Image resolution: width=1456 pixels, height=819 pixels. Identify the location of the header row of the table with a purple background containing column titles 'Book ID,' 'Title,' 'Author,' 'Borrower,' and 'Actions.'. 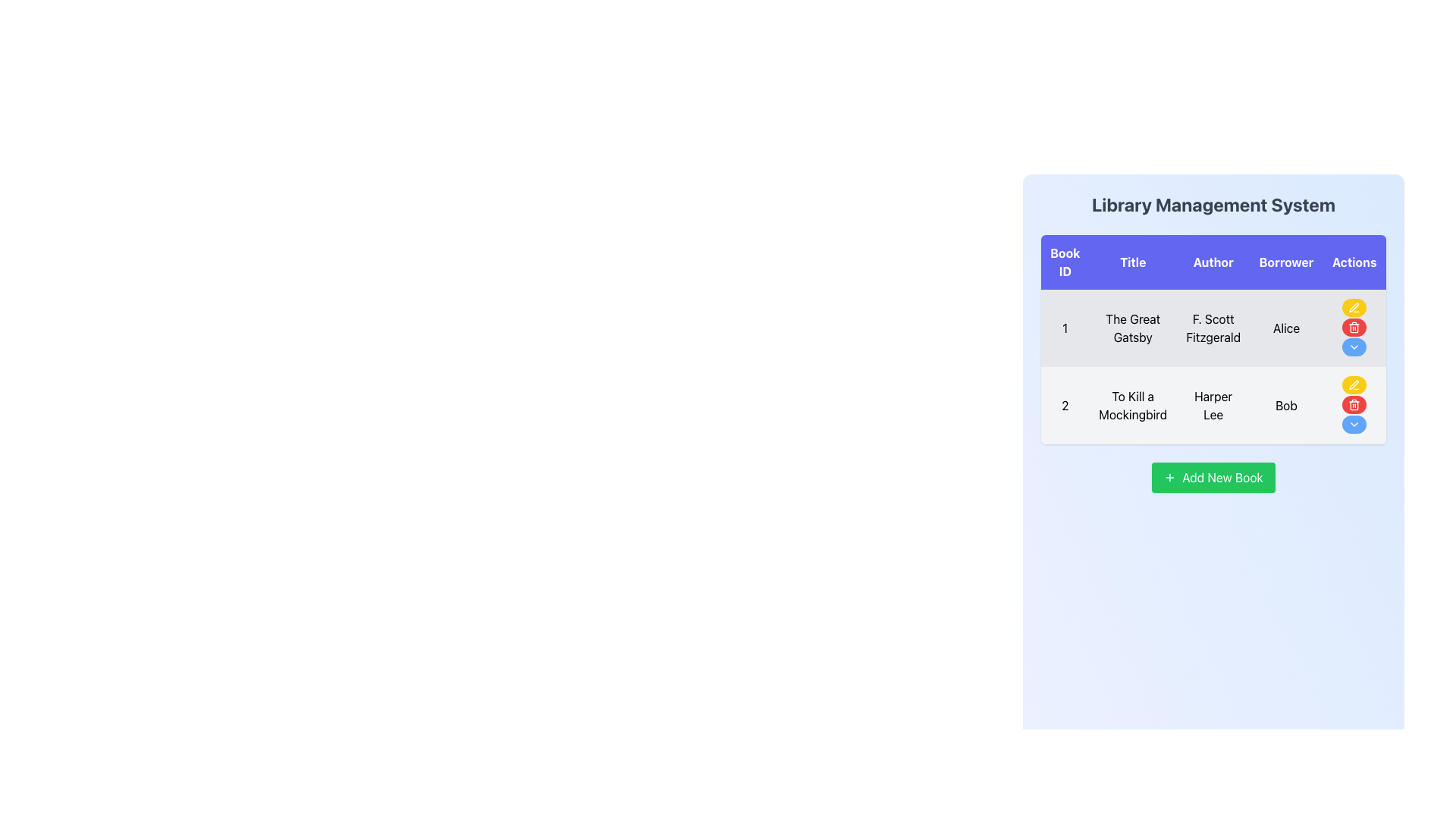
(1213, 262).